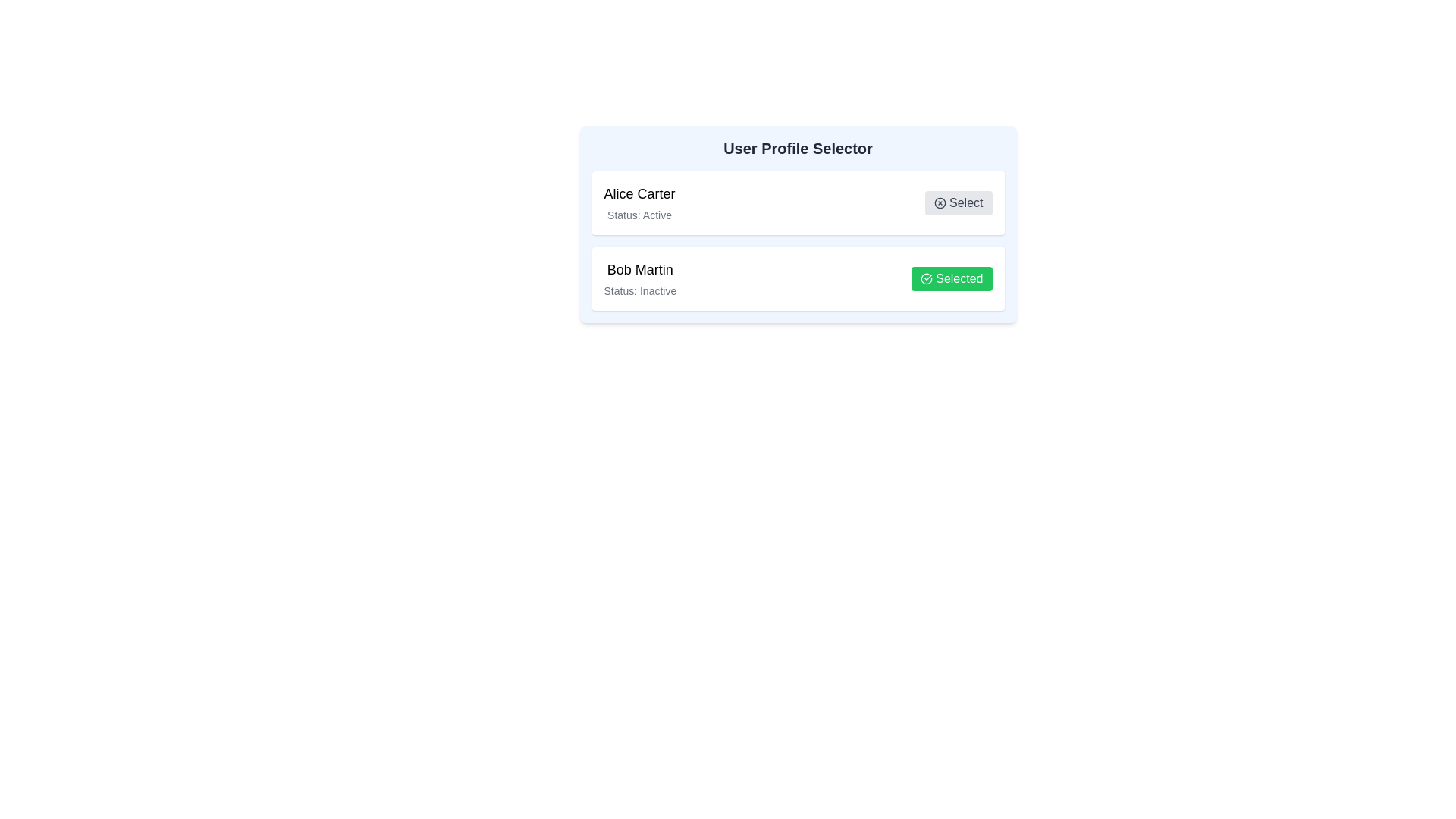 The height and width of the screenshot is (819, 1456). What do you see at coordinates (950, 278) in the screenshot?
I see `the profile Bob Martin` at bounding box center [950, 278].